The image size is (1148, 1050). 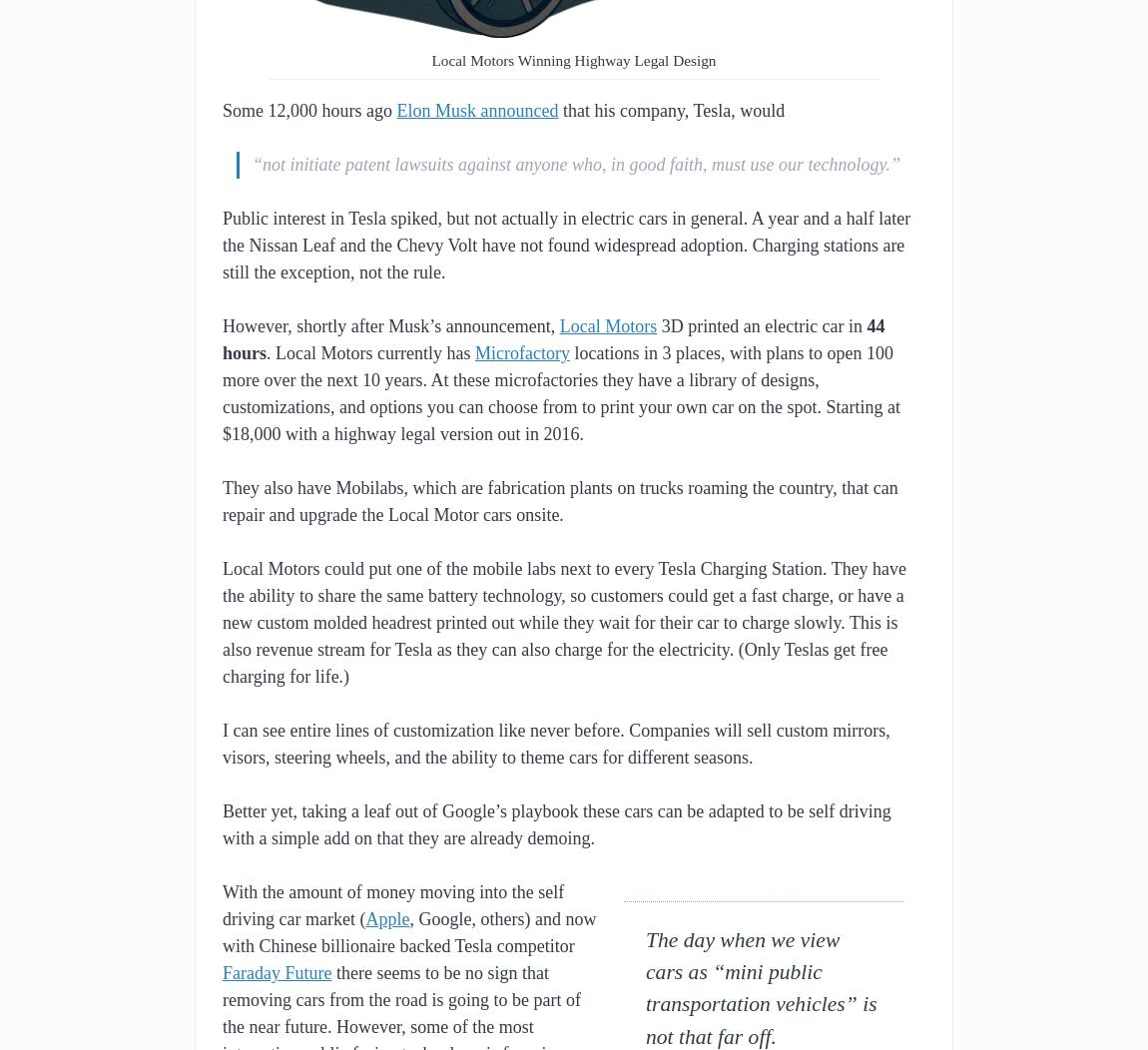 I want to click on '44 hours', so click(x=553, y=338).